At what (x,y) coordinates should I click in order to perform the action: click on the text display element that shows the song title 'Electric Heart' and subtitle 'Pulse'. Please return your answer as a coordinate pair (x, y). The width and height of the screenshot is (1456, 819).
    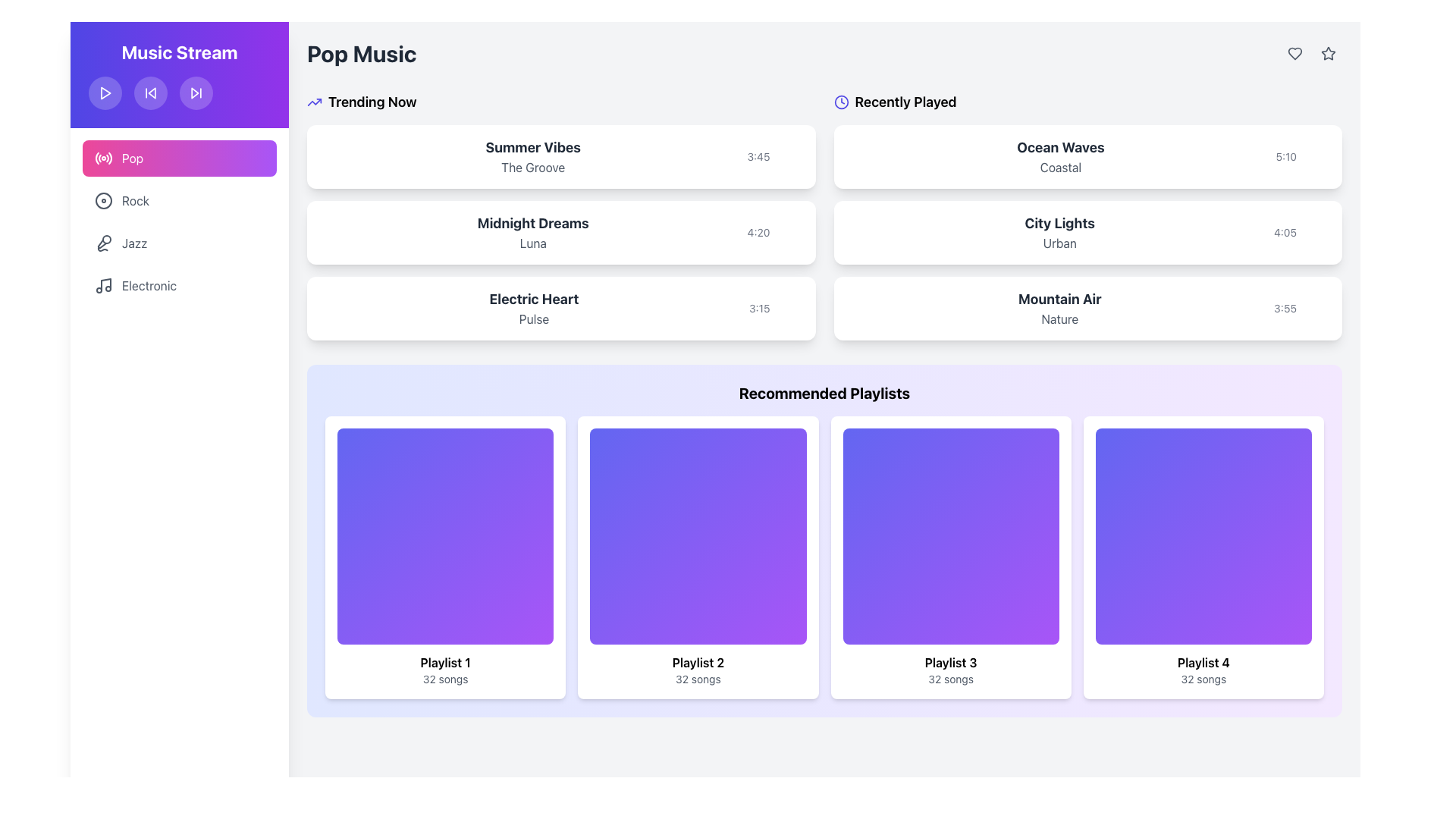
    Looking at the image, I should click on (534, 308).